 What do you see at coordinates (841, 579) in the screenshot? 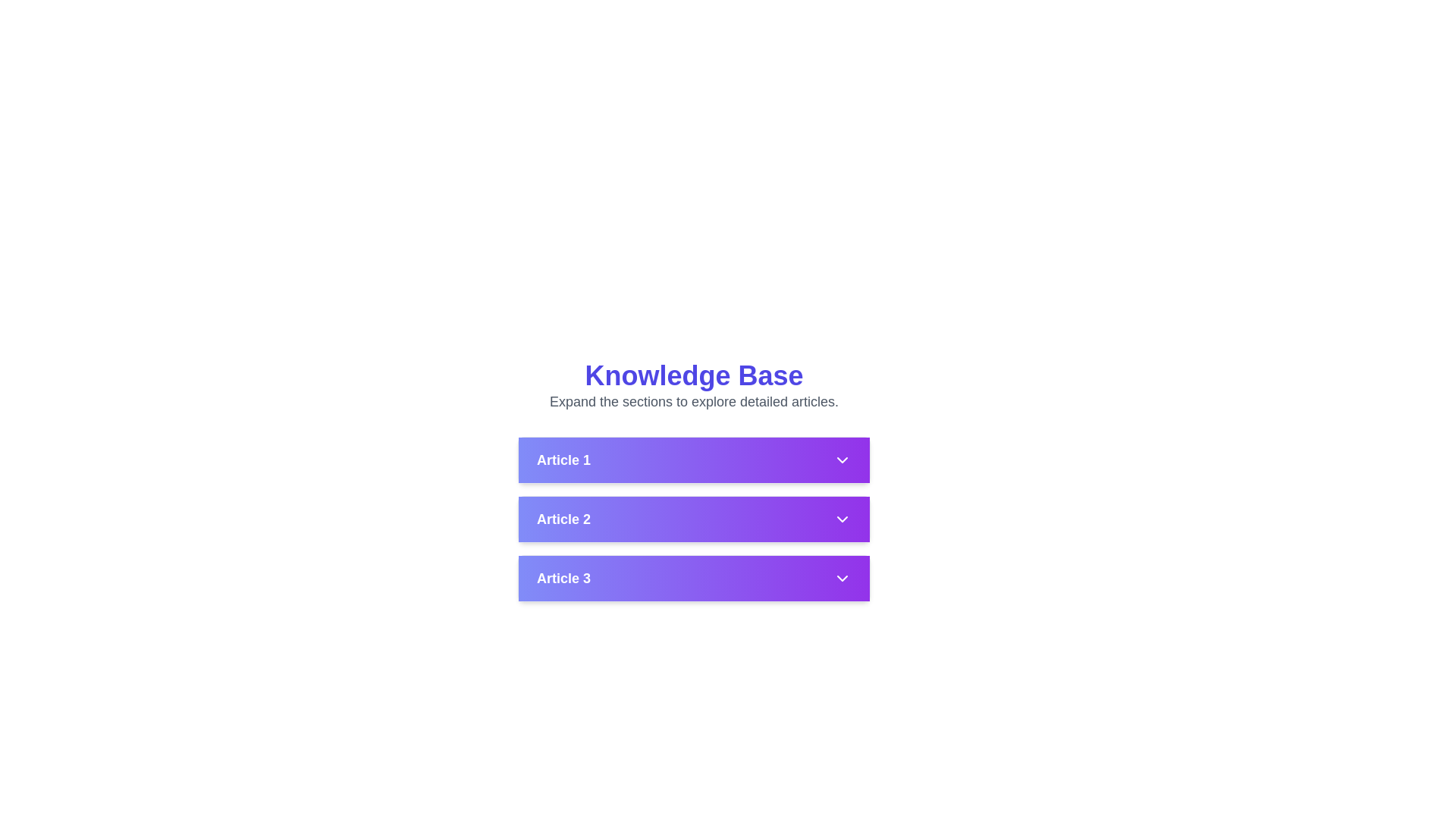
I see `the chevron-shaped down arrow icon located in the 'Article 3' row, positioned on a purple gradient background, to trigger potential hover effects` at bounding box center [841, 579].